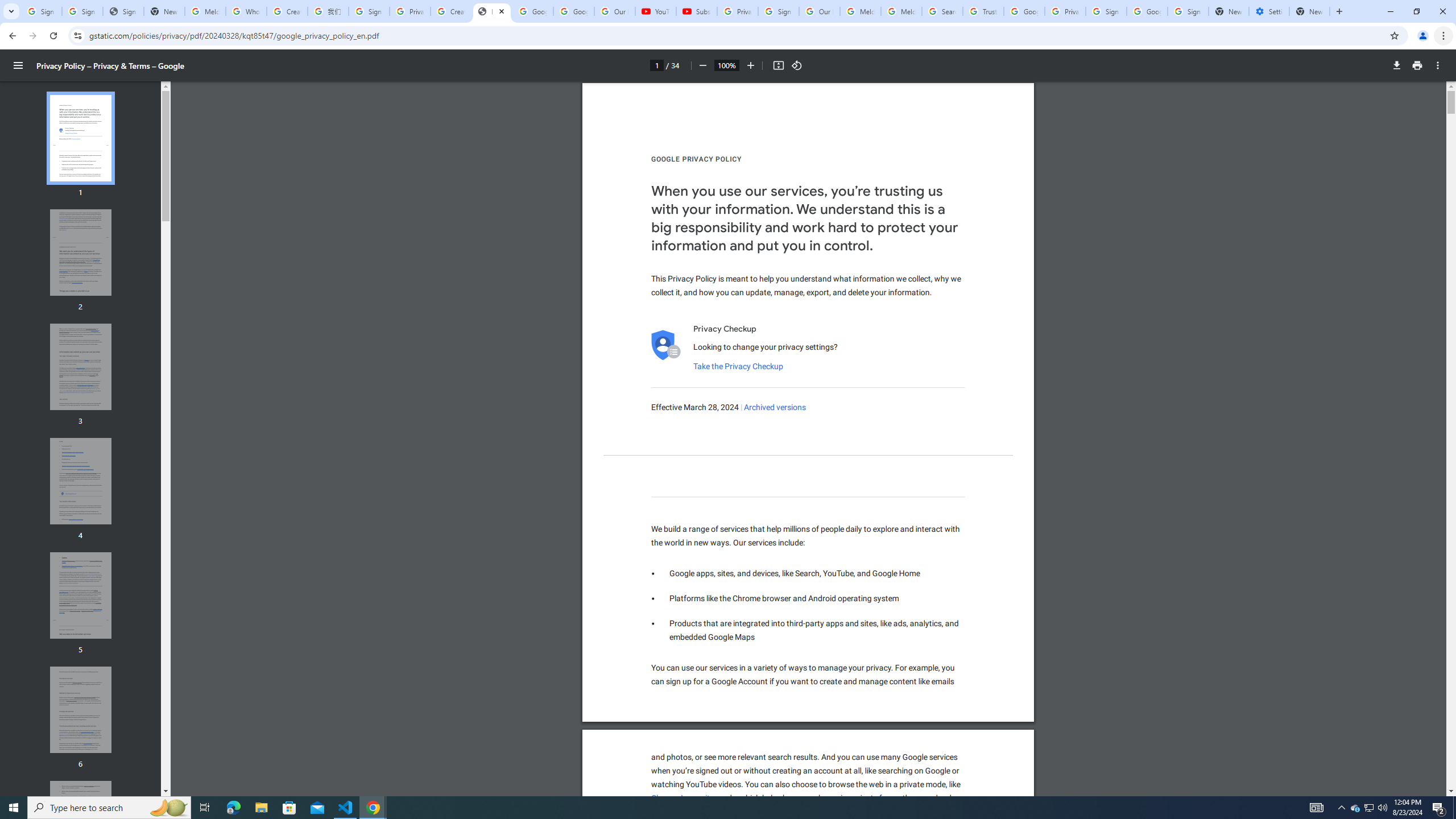  I want to click on 'Zoom in', so click(750, 65).